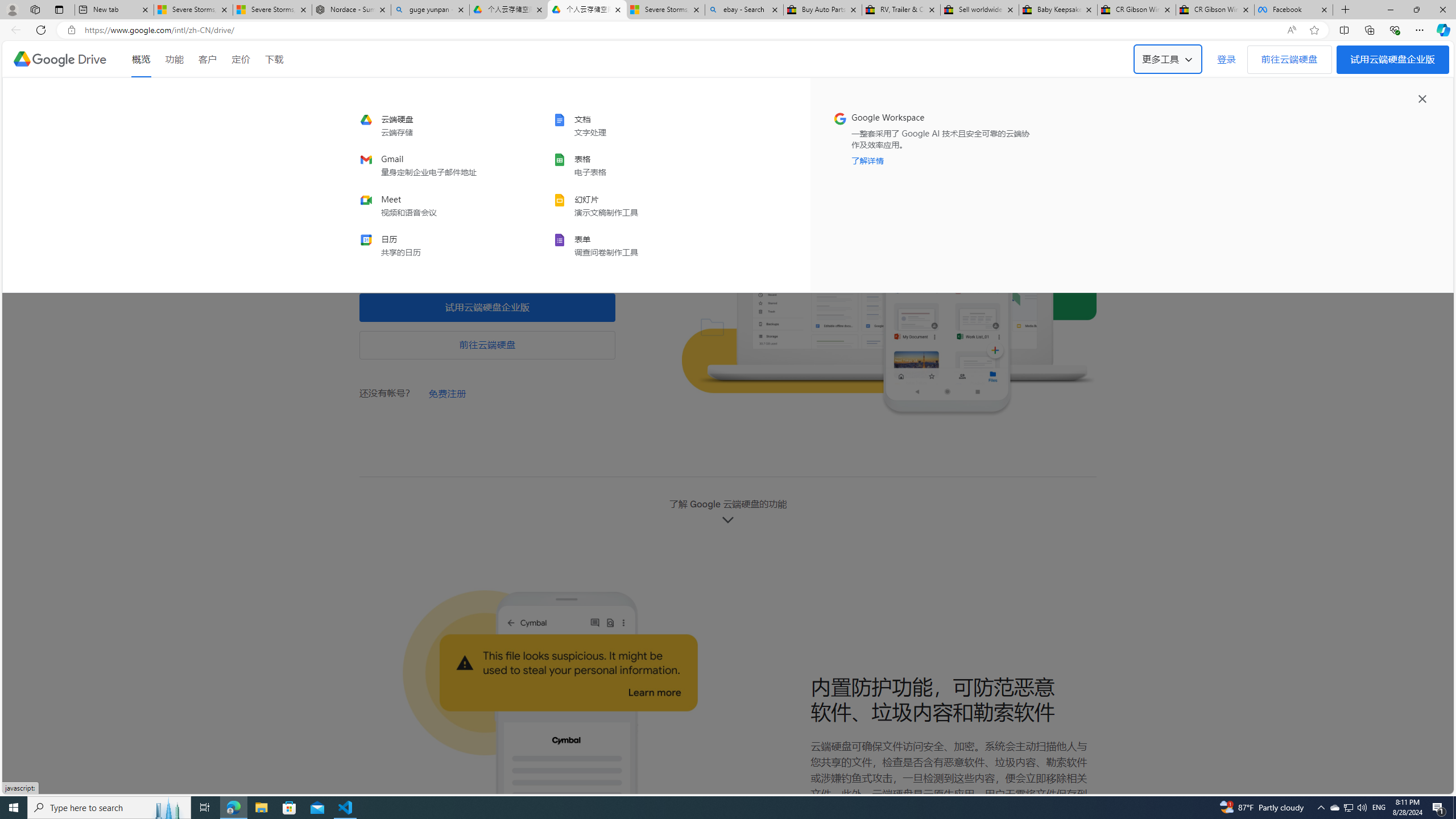 The image size is (1456, 819). Describe the element at coordinates (628, 126) in the screenshot. I see `'docs'` at that location.